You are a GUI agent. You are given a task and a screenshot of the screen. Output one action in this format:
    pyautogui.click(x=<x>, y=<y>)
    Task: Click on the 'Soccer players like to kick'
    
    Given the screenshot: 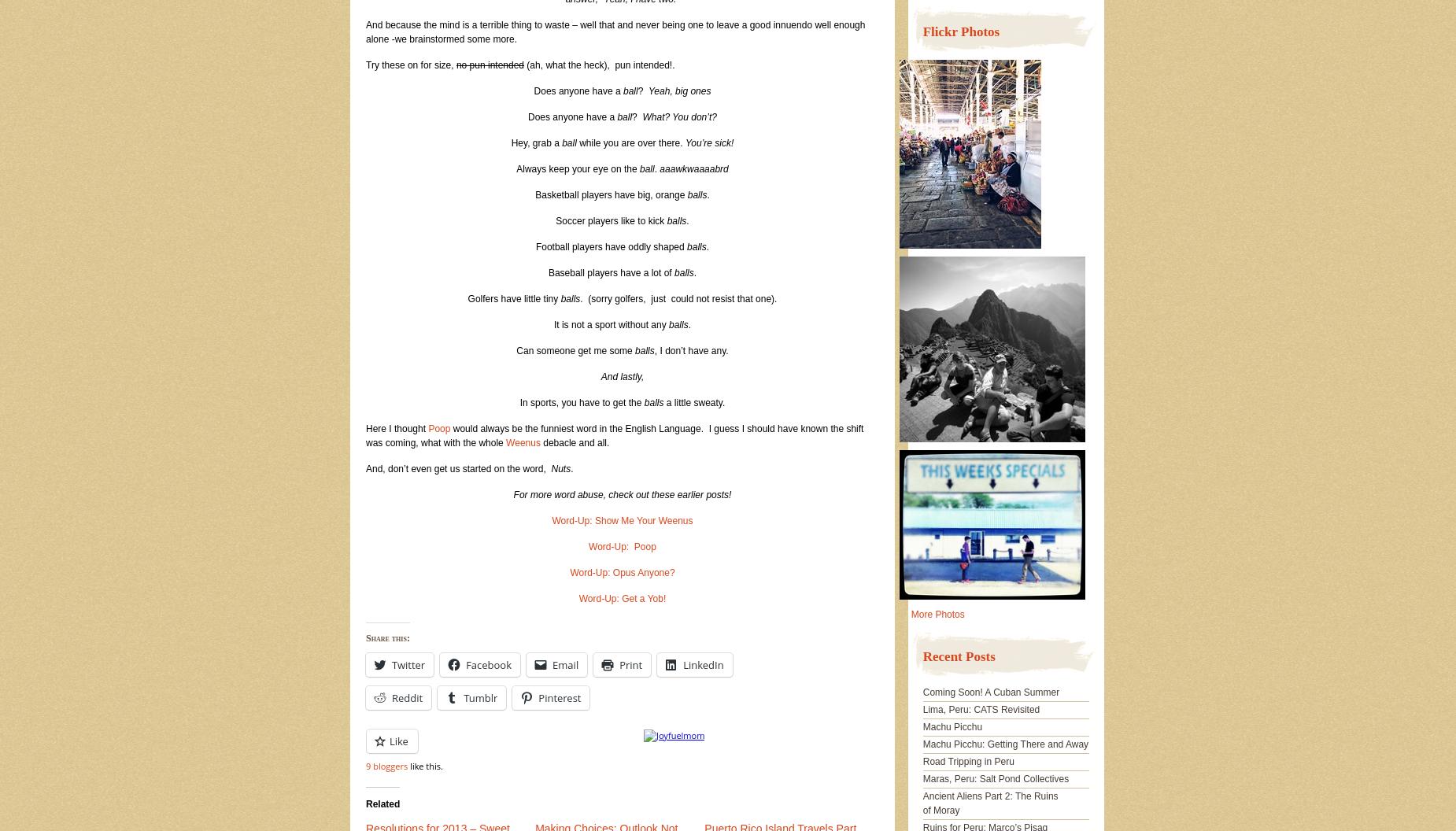 What is the action you would take?
    pyautogui.click(x=611, y=221)
    